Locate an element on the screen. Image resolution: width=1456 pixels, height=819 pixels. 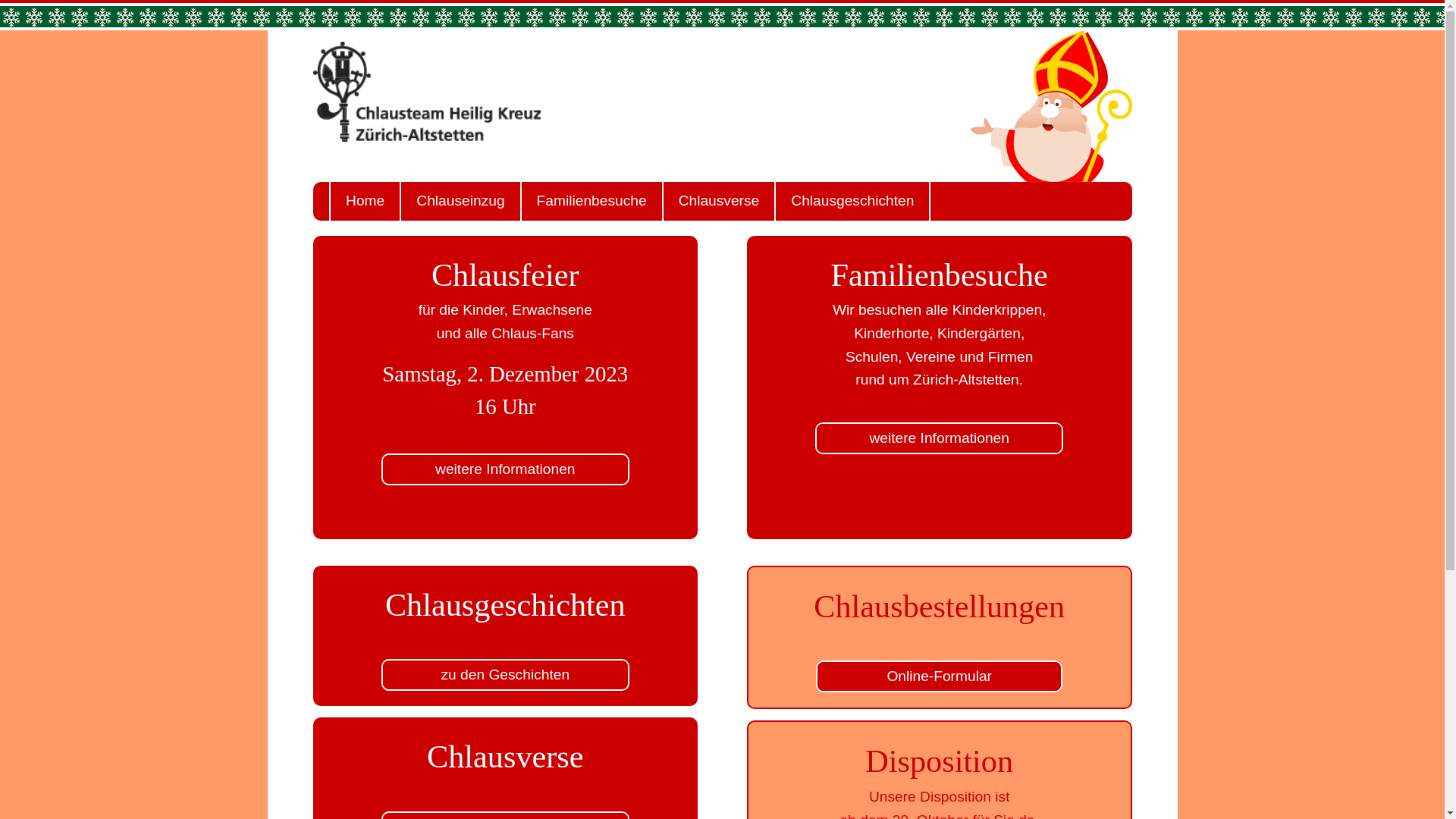
'weitere Informationen' is located at coordinates (505, 468).